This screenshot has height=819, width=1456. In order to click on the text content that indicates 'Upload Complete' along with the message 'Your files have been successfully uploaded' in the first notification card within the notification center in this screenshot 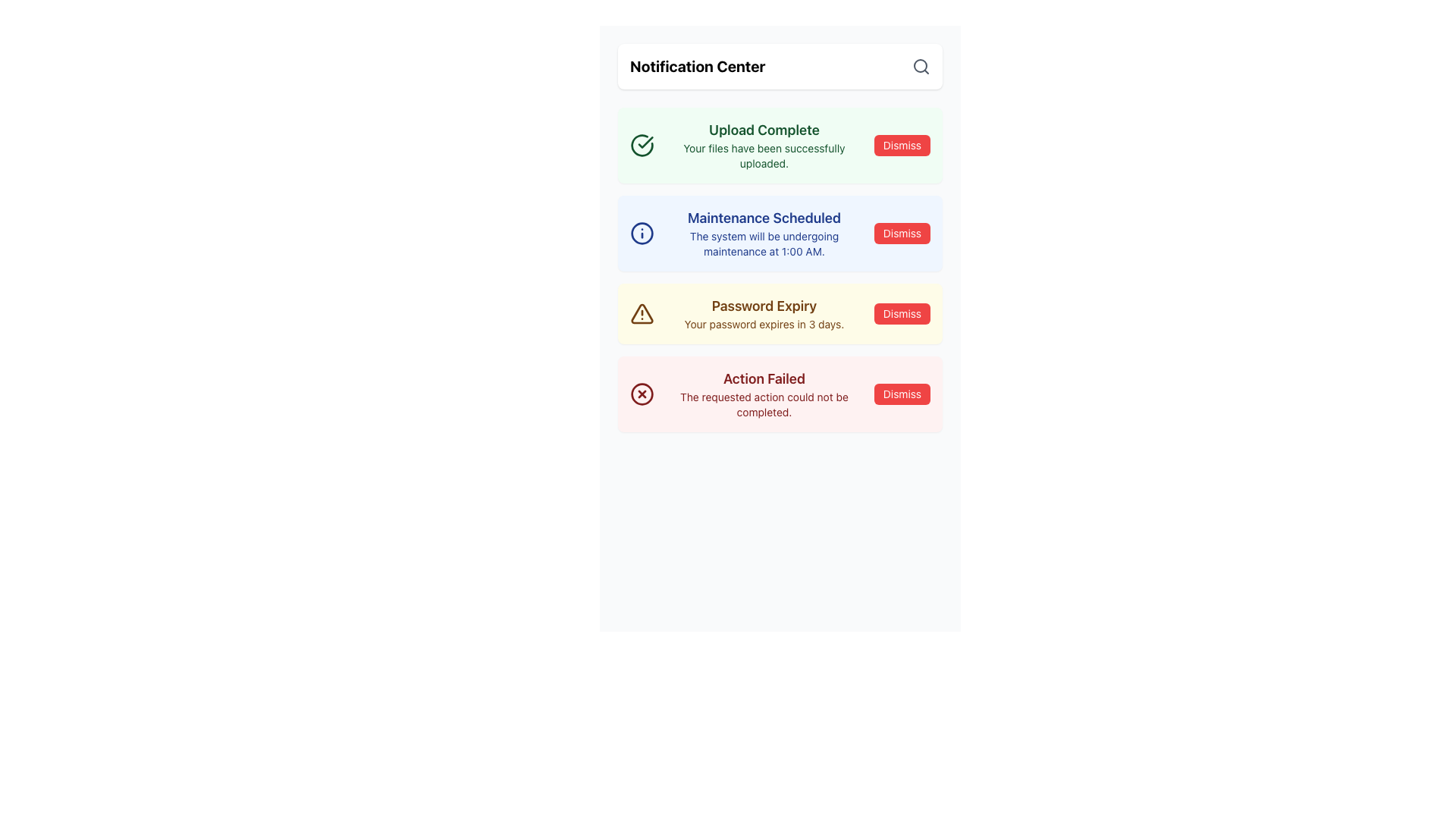, I will do `click(764, 146)`.